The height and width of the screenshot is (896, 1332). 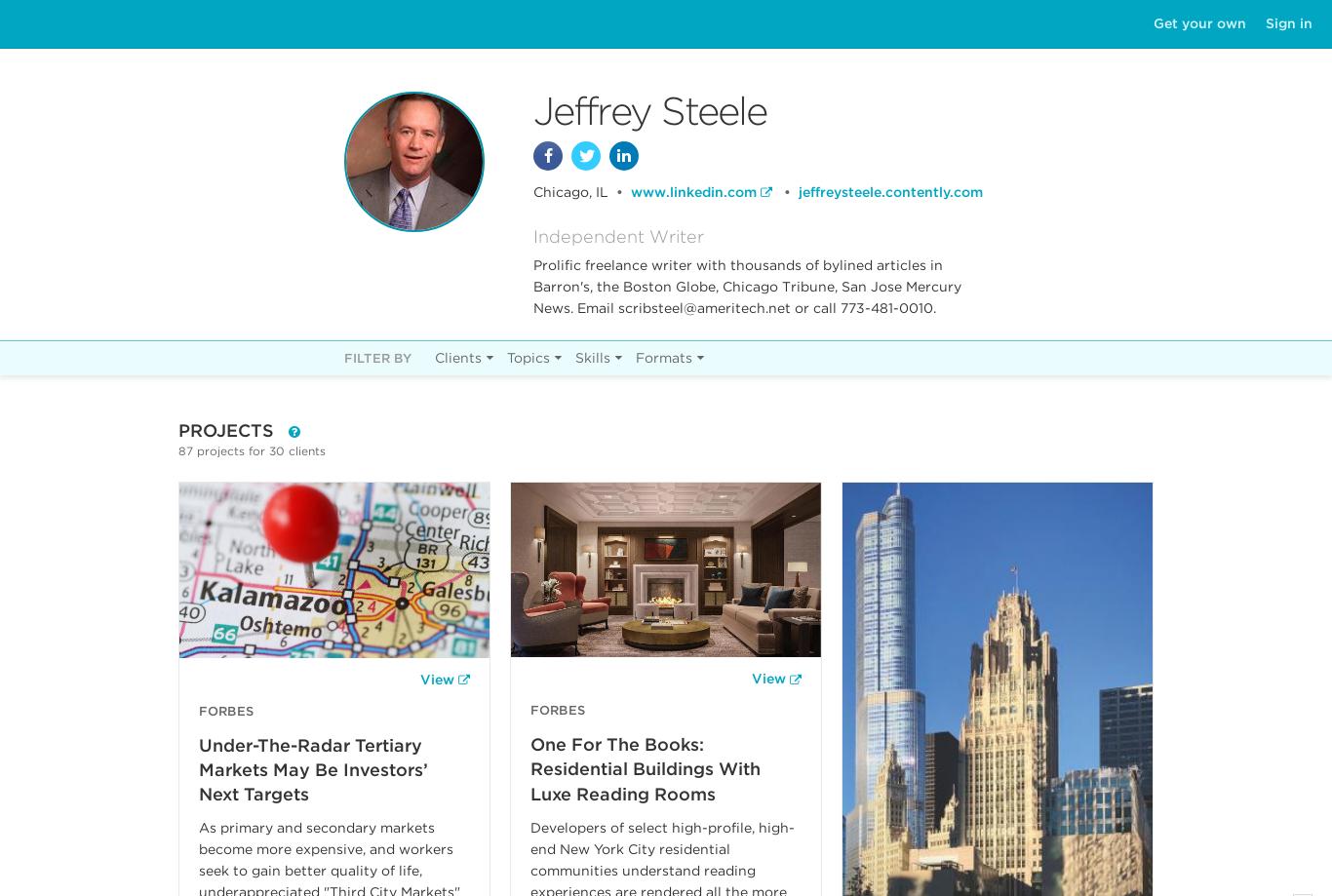 What do you see at coordinates (313, 768) in the screenshot?
I see `'Under-The-Radar Tertiary Markets May Be Investors’ Next Targets'` at bounding box center [313, 768].